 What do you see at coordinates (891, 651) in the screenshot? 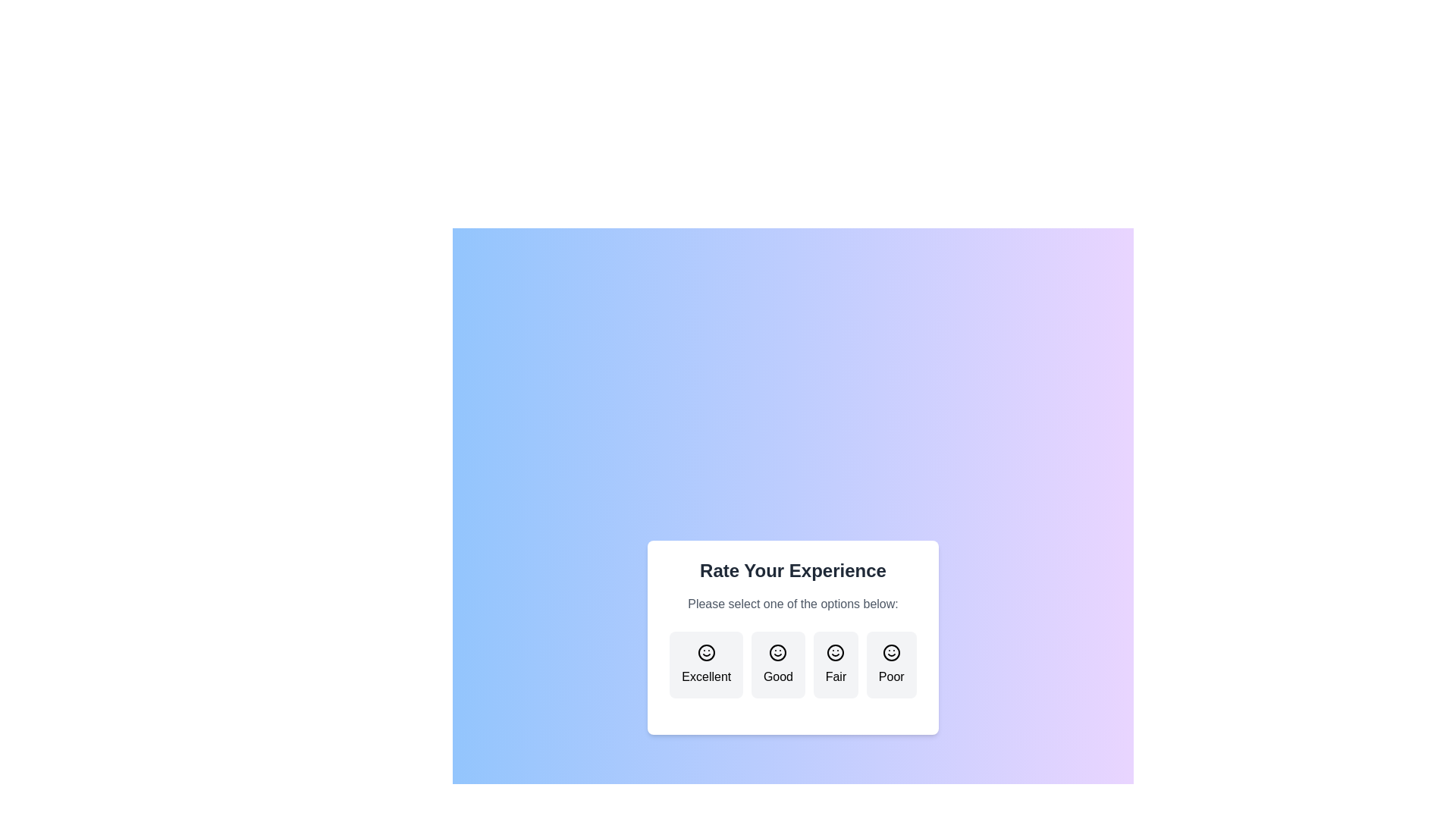
I see `the SVG circle element at the center of the 'Poor' smiley face icon in the rating interface` at bounding box center [891, 651].